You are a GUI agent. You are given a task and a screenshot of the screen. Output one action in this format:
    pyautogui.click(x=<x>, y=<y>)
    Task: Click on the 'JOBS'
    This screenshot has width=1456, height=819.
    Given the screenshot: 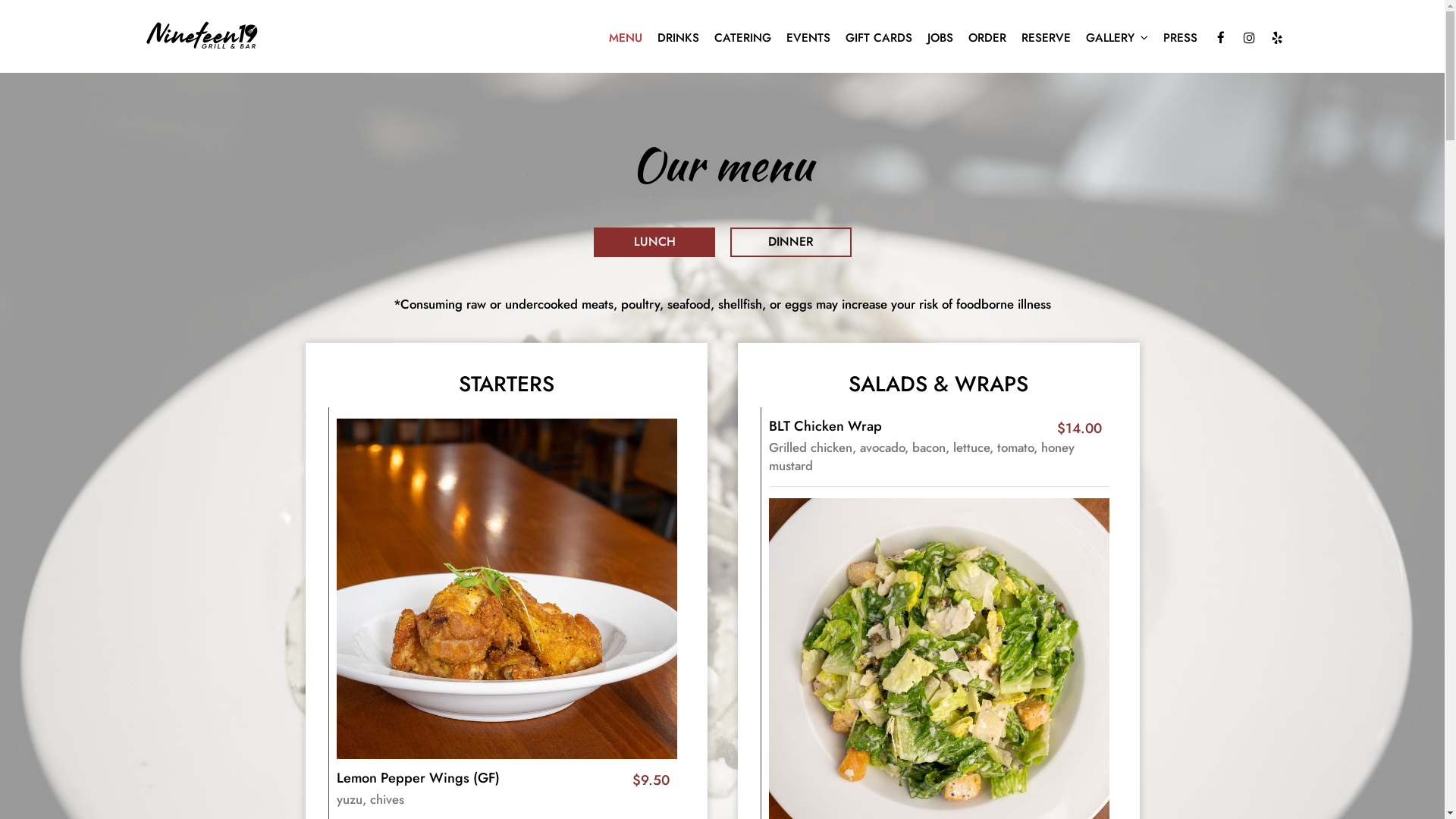 What is the action you would take?
    pyautogui.click(x=938, y=37)
    